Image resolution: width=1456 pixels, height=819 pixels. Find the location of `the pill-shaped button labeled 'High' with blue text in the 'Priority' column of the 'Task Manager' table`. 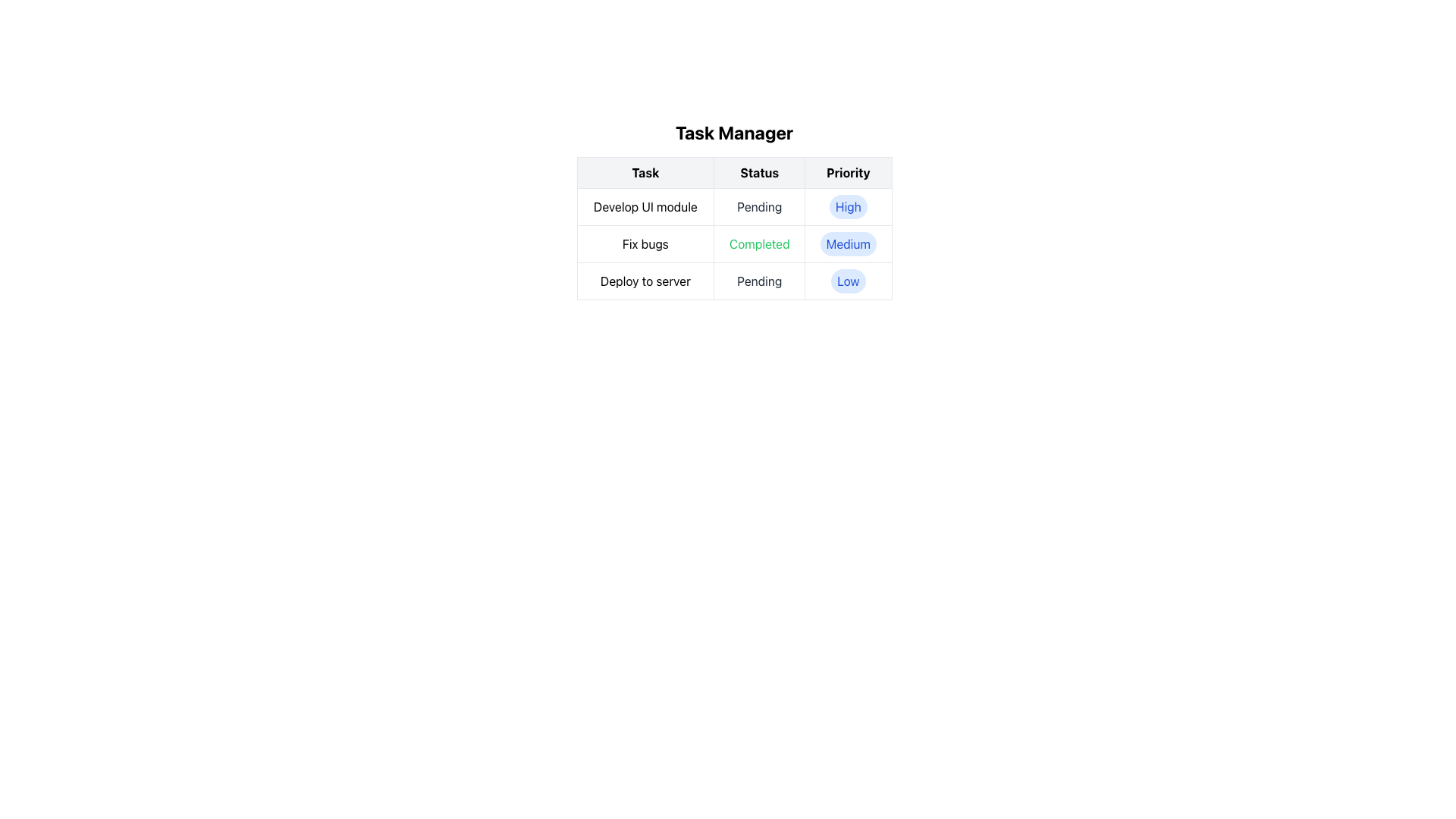

the pill-shaped button labeled 'High' with blue text in the 'Priority' column of the 'Task Manager' table is located at coordinates (847, 207).